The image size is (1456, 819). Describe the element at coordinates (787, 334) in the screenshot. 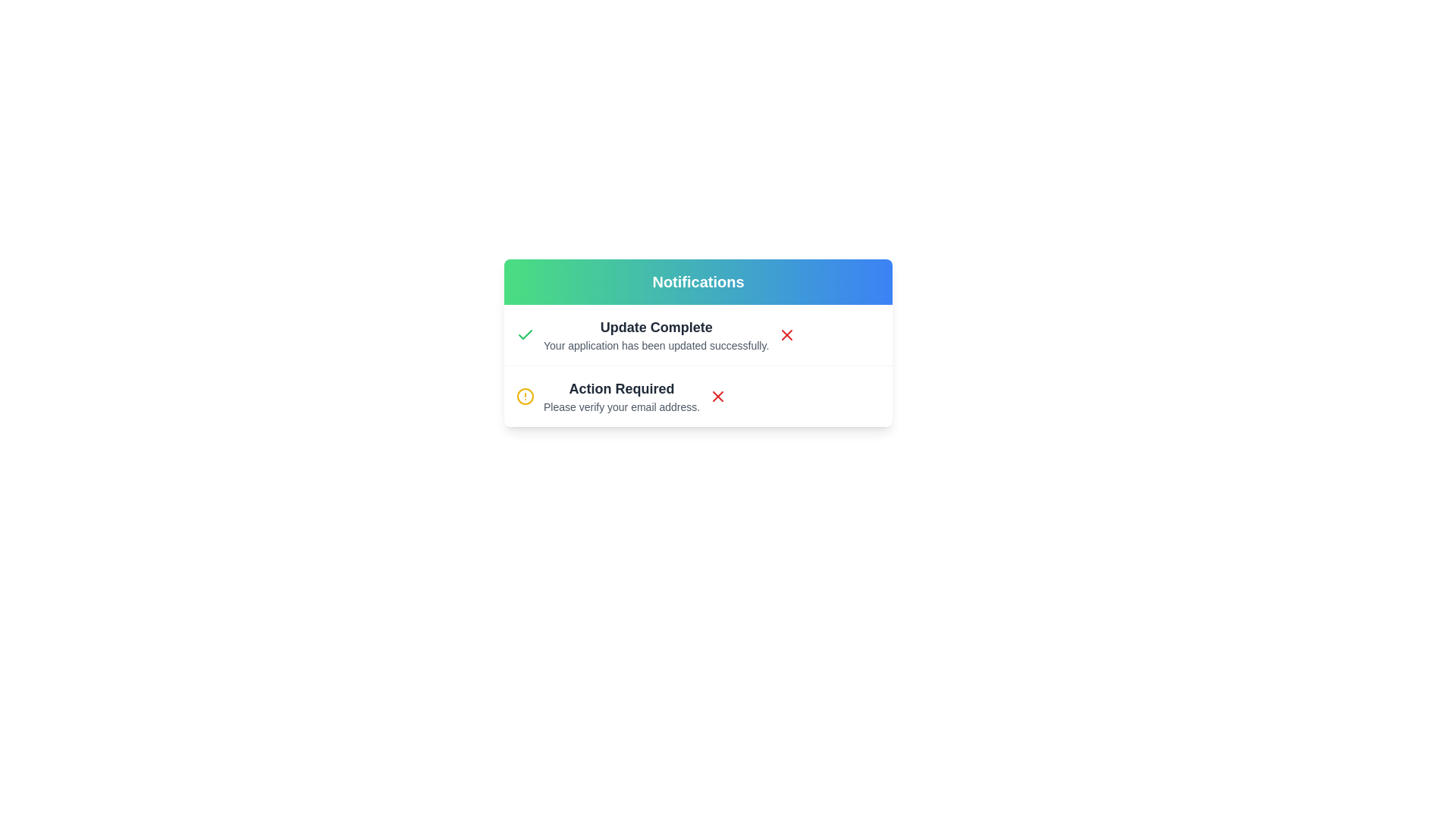

I see `the close or dismiss icon located on the right-hand side of the 'Update Complete' message in the notifications card` at that location.